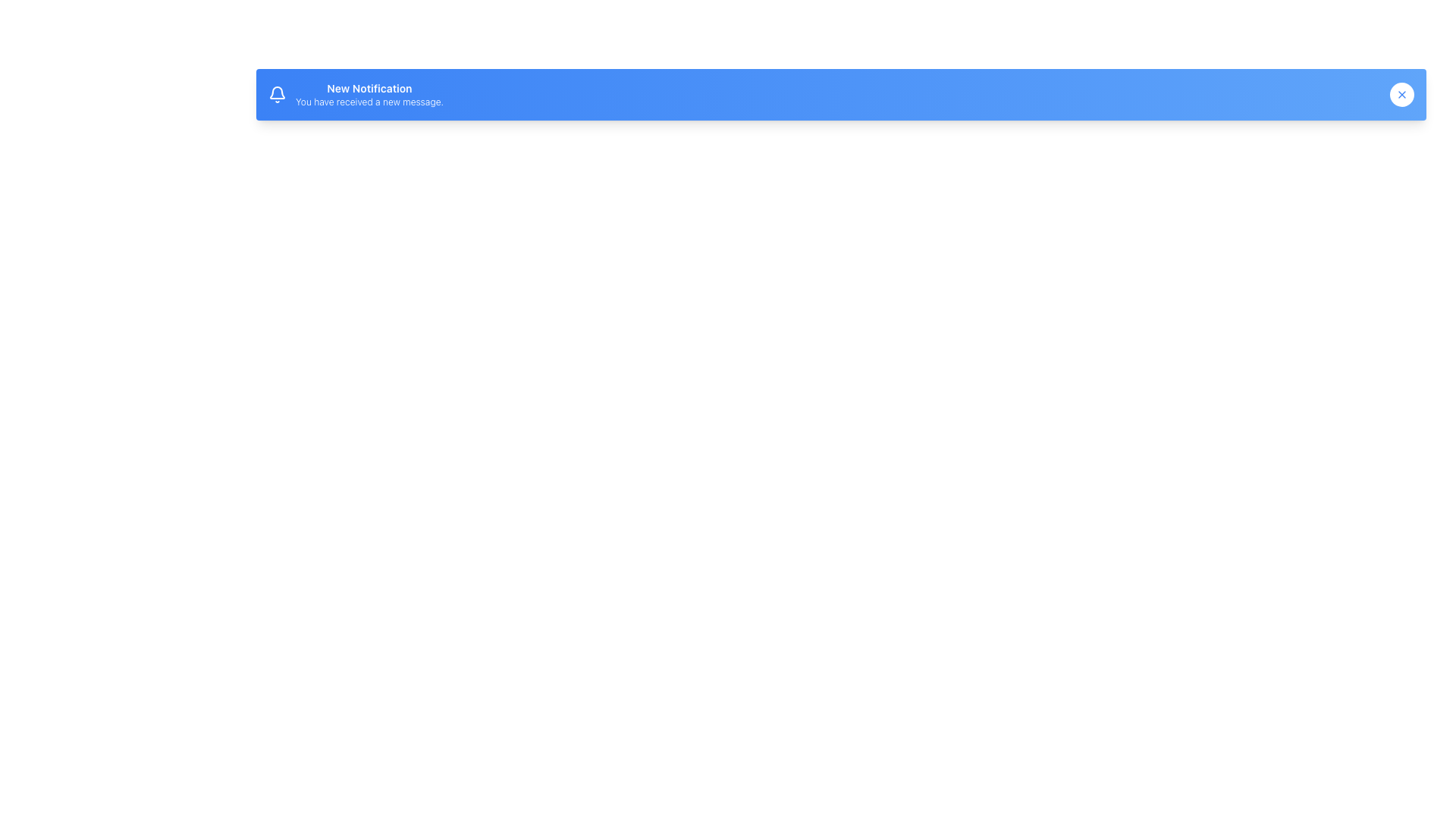 The height and width of the screenshot is (819, 1456). I want to click on the close button located at the far right of the horizontal notification bar, so click(1401, 94).